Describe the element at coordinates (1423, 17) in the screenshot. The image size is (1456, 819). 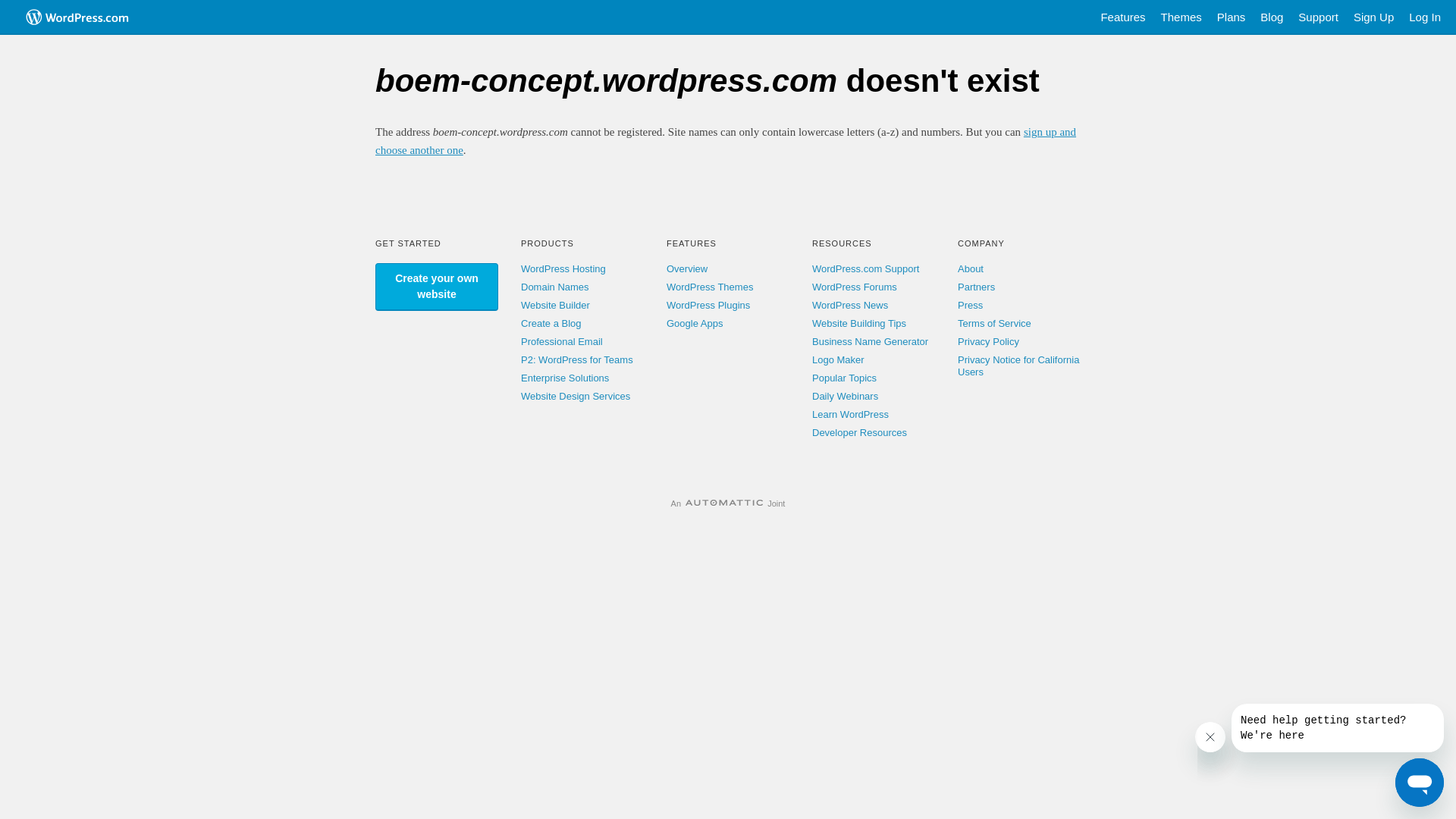
I see `'Log In'` at that location.